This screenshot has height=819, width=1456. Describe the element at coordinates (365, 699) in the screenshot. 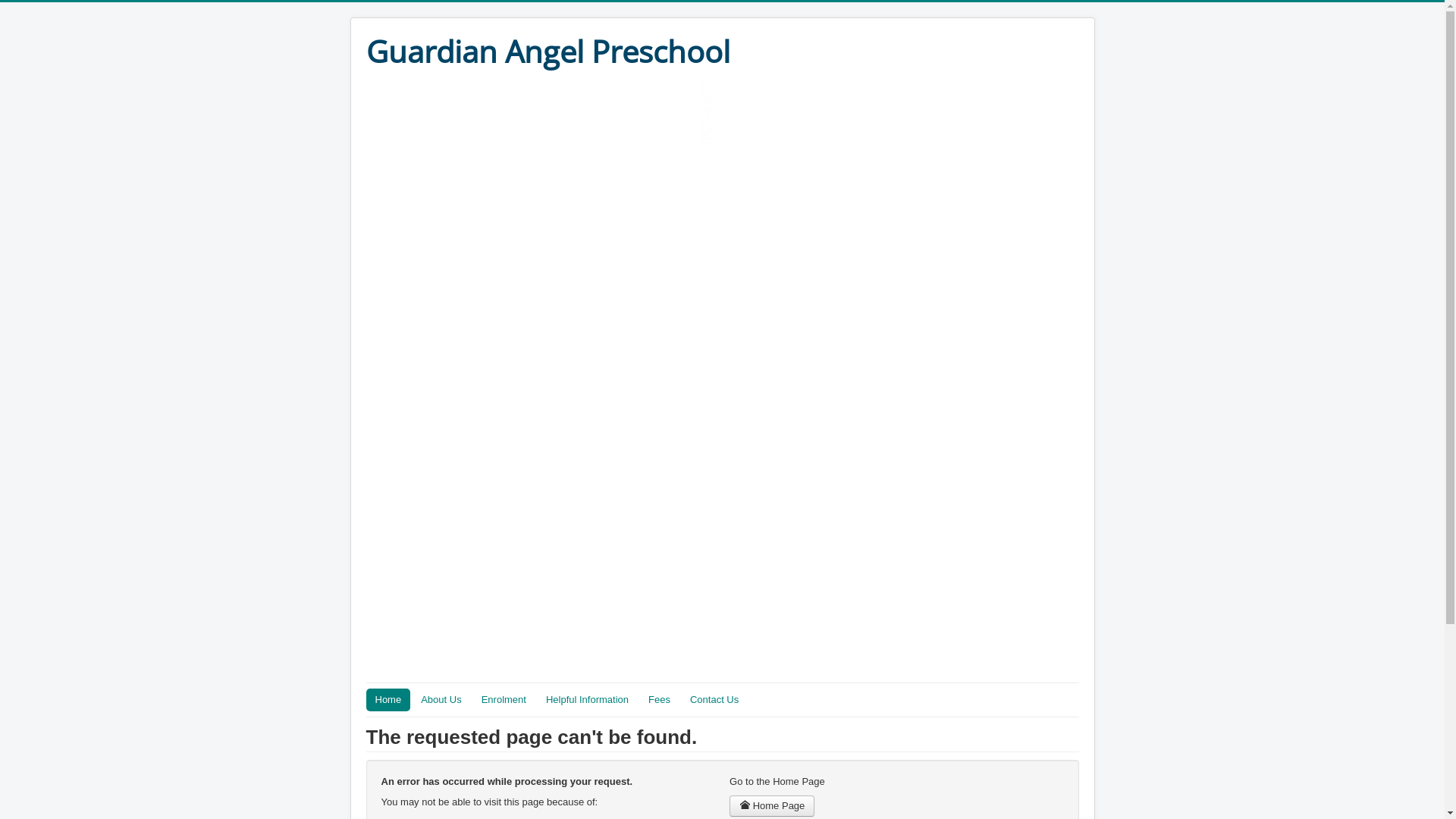

I see `'Home'` at that location.